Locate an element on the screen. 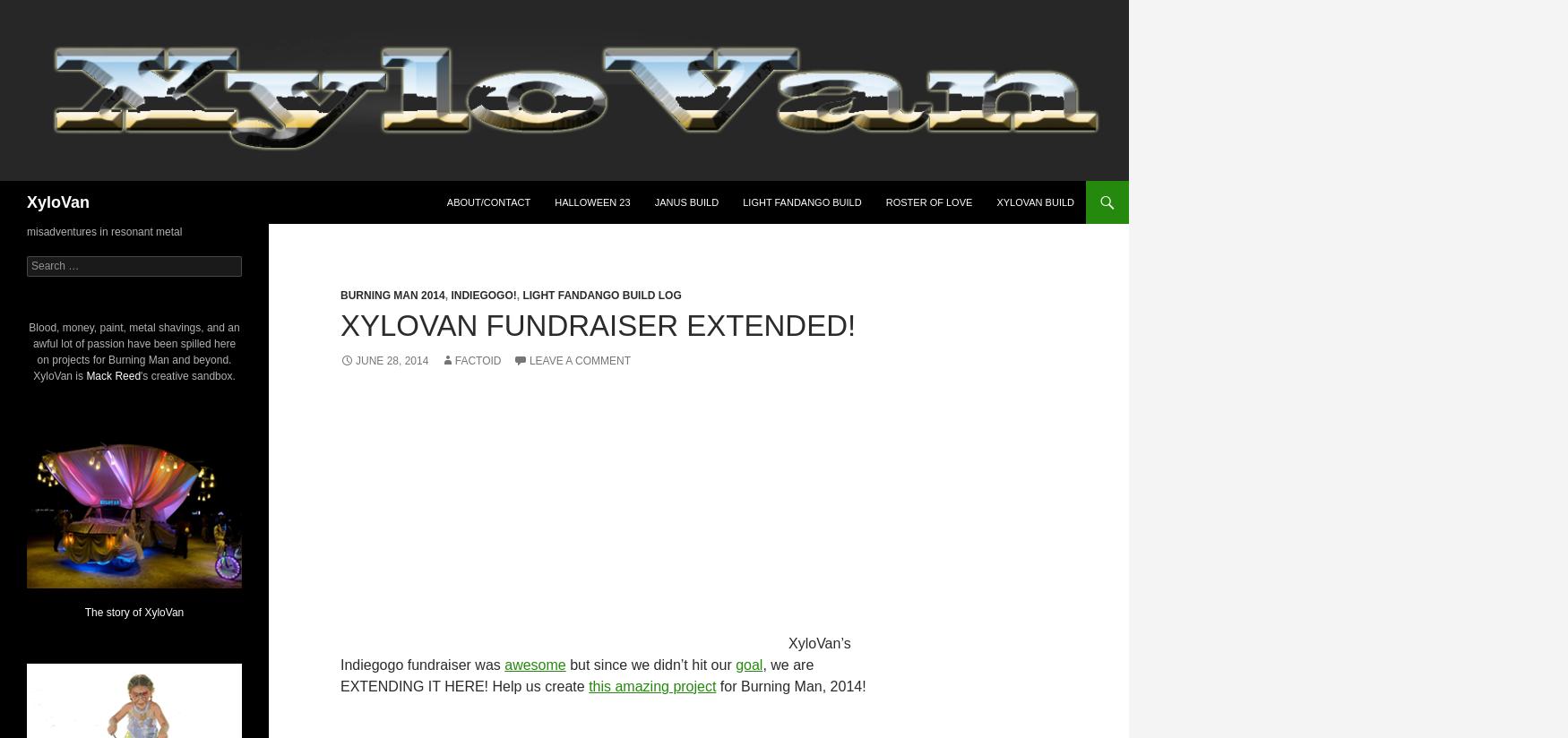 This screenshot has width=1568, height=738. 'this amazing project' is located at coordinates (652, 685).